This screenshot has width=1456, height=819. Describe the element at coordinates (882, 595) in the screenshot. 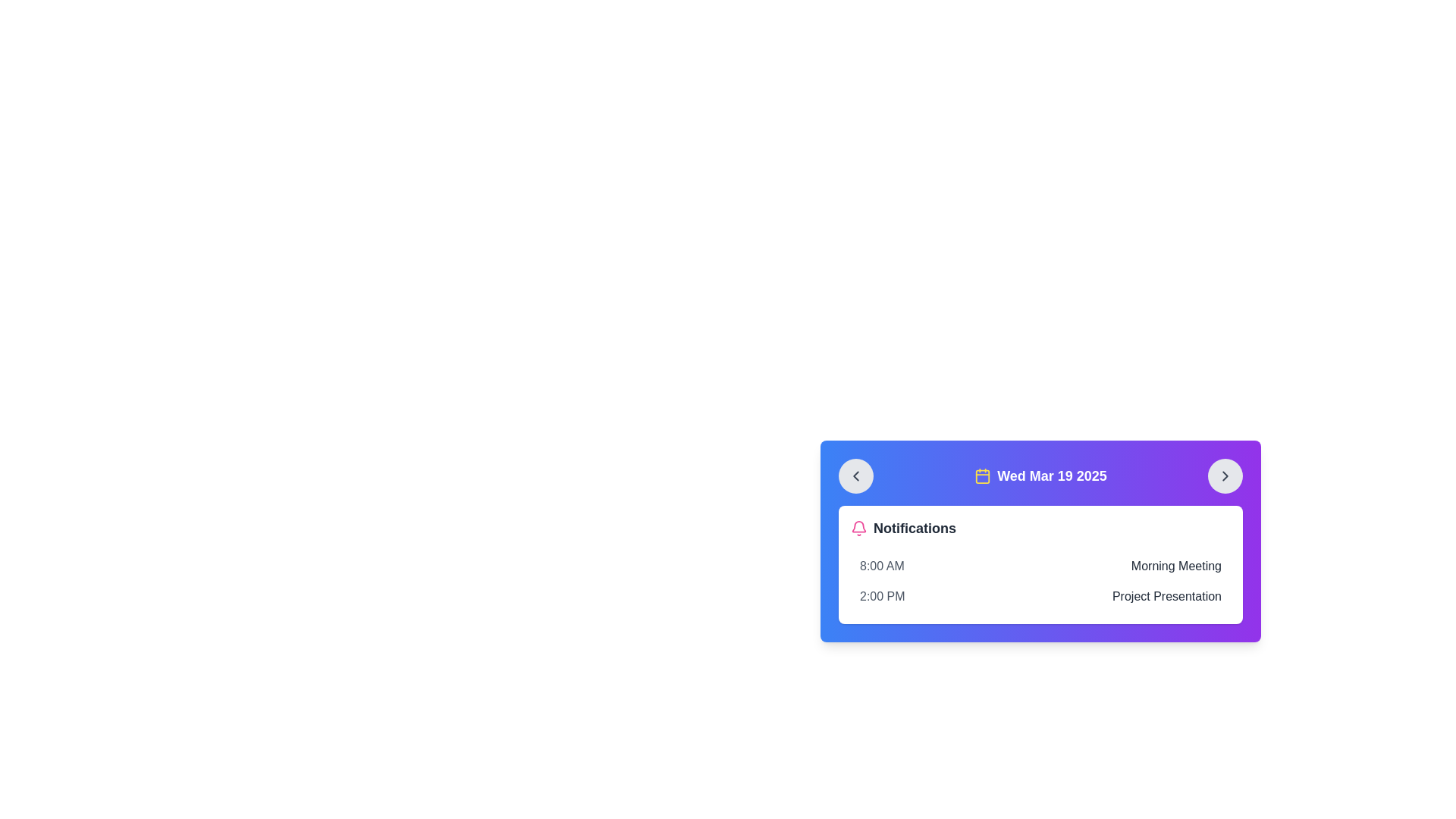

I see `the text label displaying the time '2:00 PM' in gray font, which is part of the notifications list` at that location.